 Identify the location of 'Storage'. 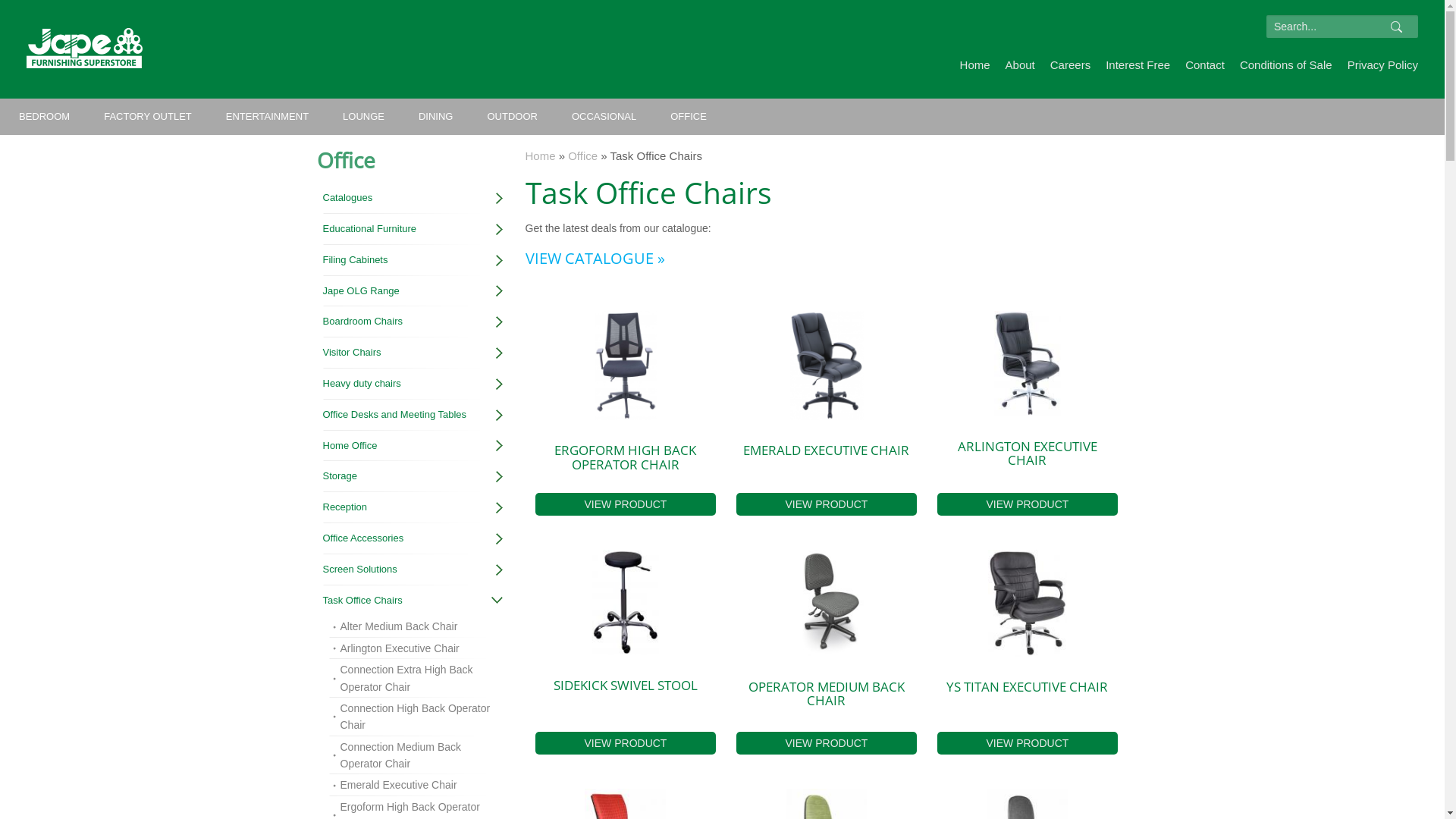
(322, 475).